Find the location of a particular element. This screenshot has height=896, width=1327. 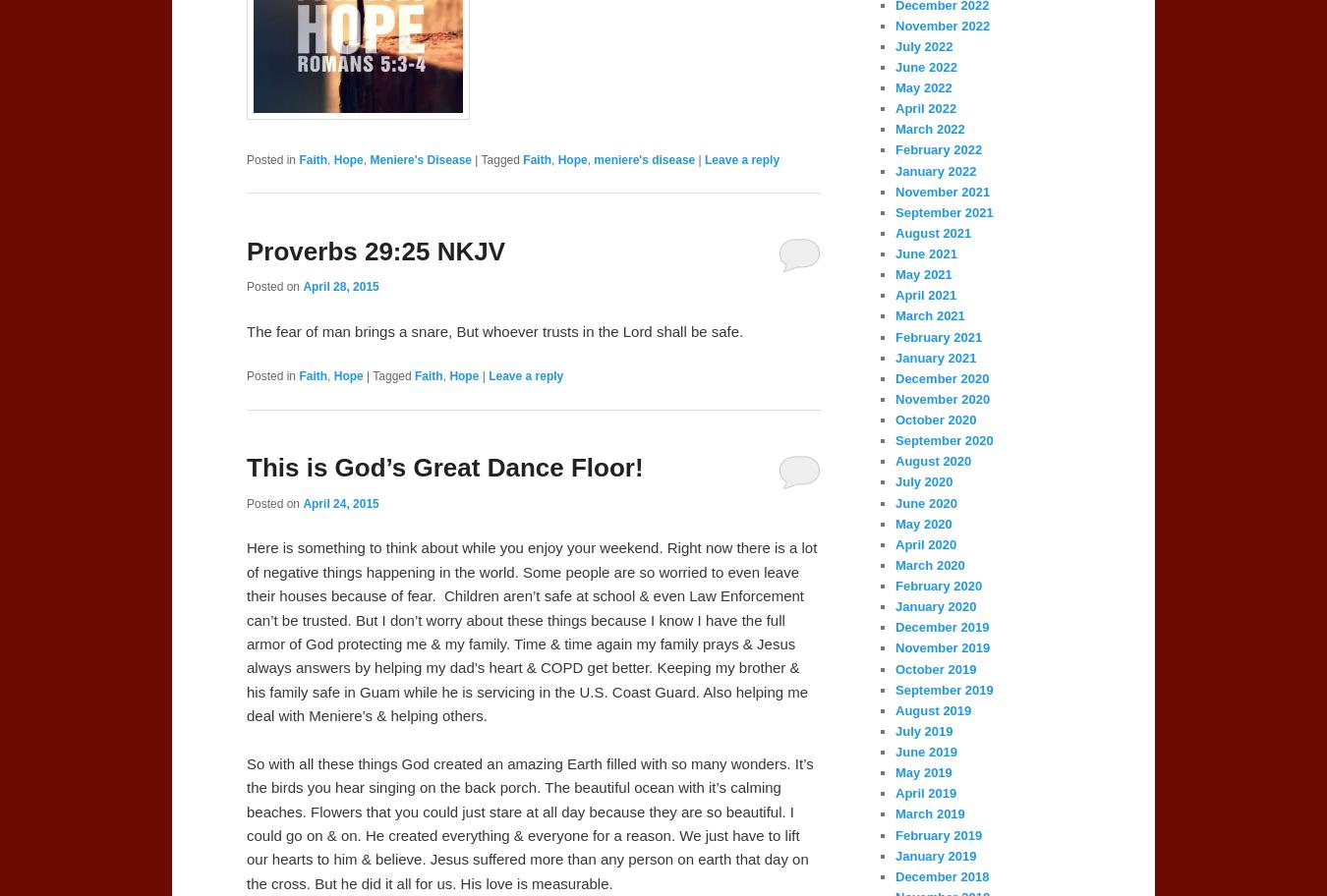

'April 24, 2015' is located at coordinates (340, 503).